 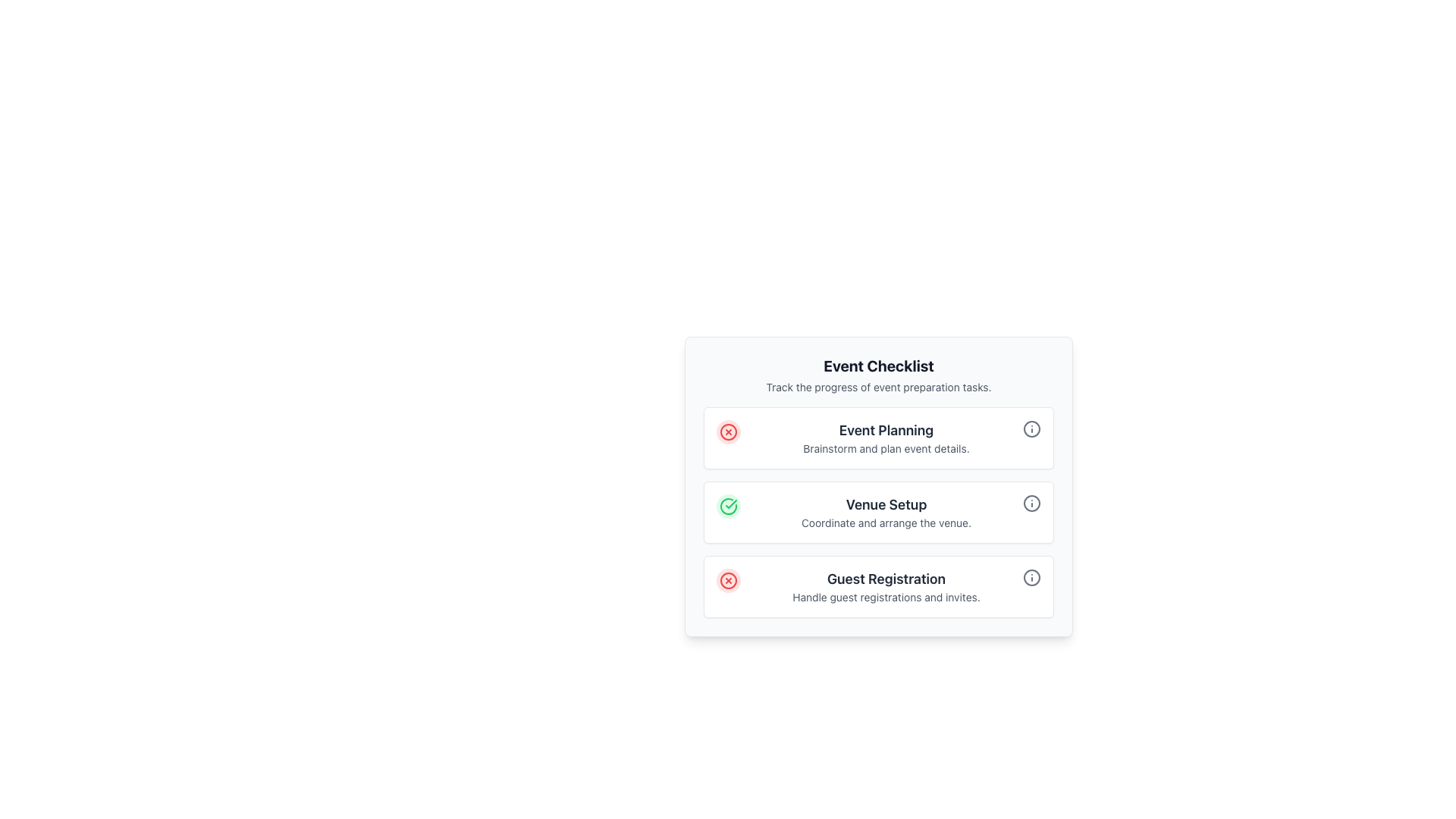 I want to click on the circular icon with a light red background and a red 'X' symbol located in the bottom segment of the three-segment list, preceding the text 'Guest Registration', so click(x=728, y=580).